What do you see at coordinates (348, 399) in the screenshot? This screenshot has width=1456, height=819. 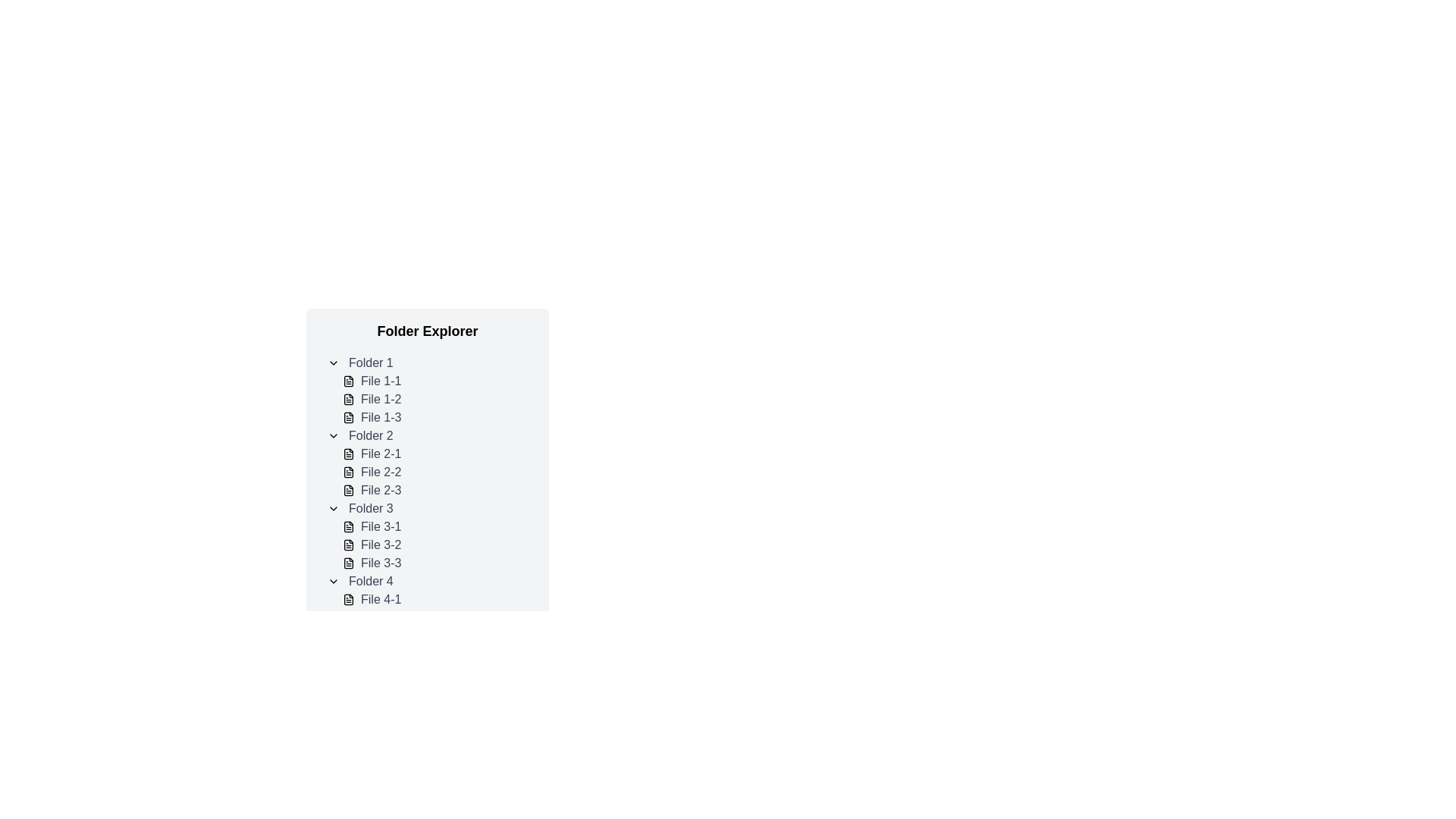 I see `the small file icon with a folded corner, located next to the text 'File 1-2' under 'Folder 1'` at bounding box center [348, 399].